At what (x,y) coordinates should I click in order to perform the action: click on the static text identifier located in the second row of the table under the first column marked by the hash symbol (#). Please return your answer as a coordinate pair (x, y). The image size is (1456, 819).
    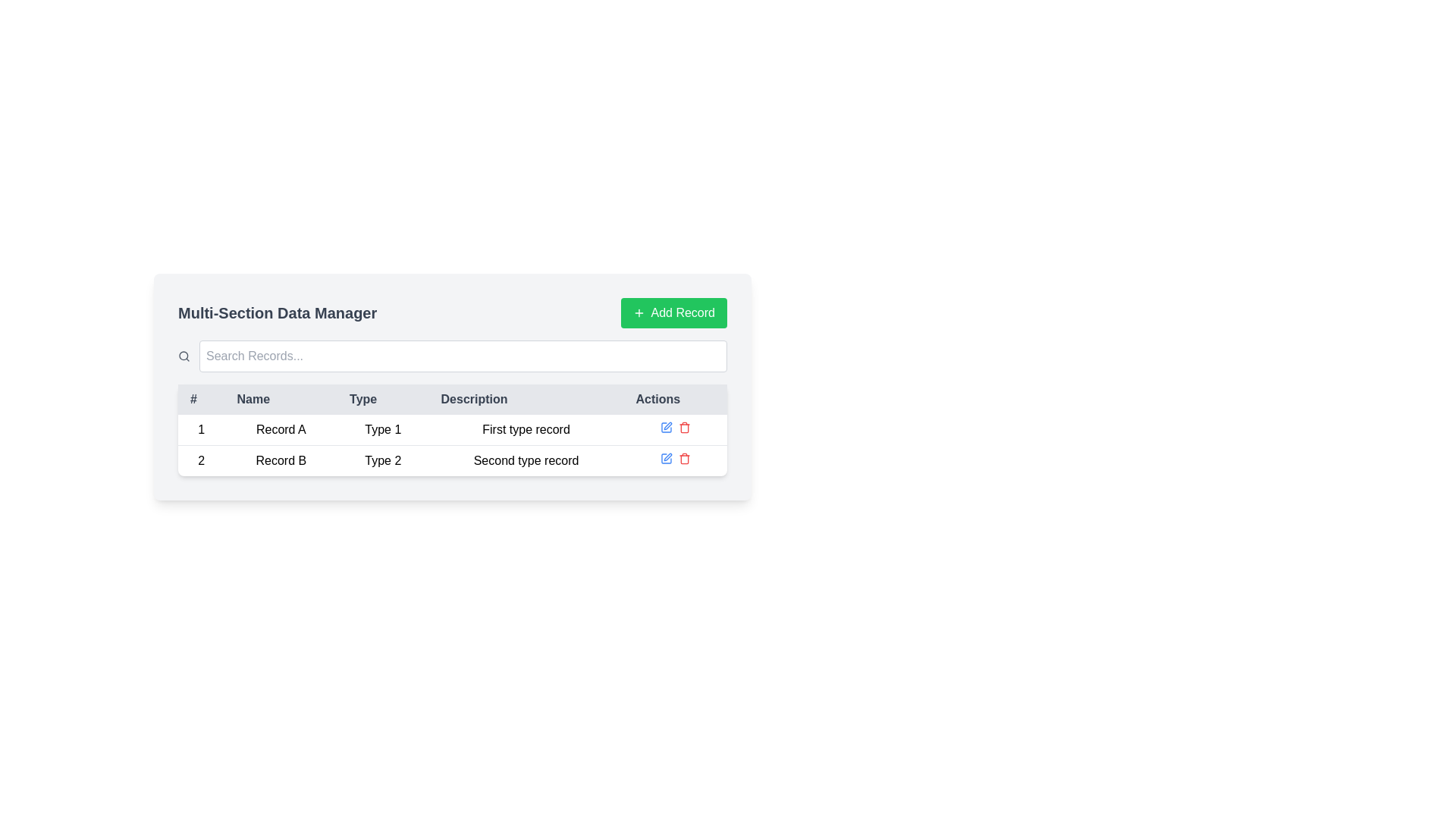
    Looking at the image, I should click on (200, 460).